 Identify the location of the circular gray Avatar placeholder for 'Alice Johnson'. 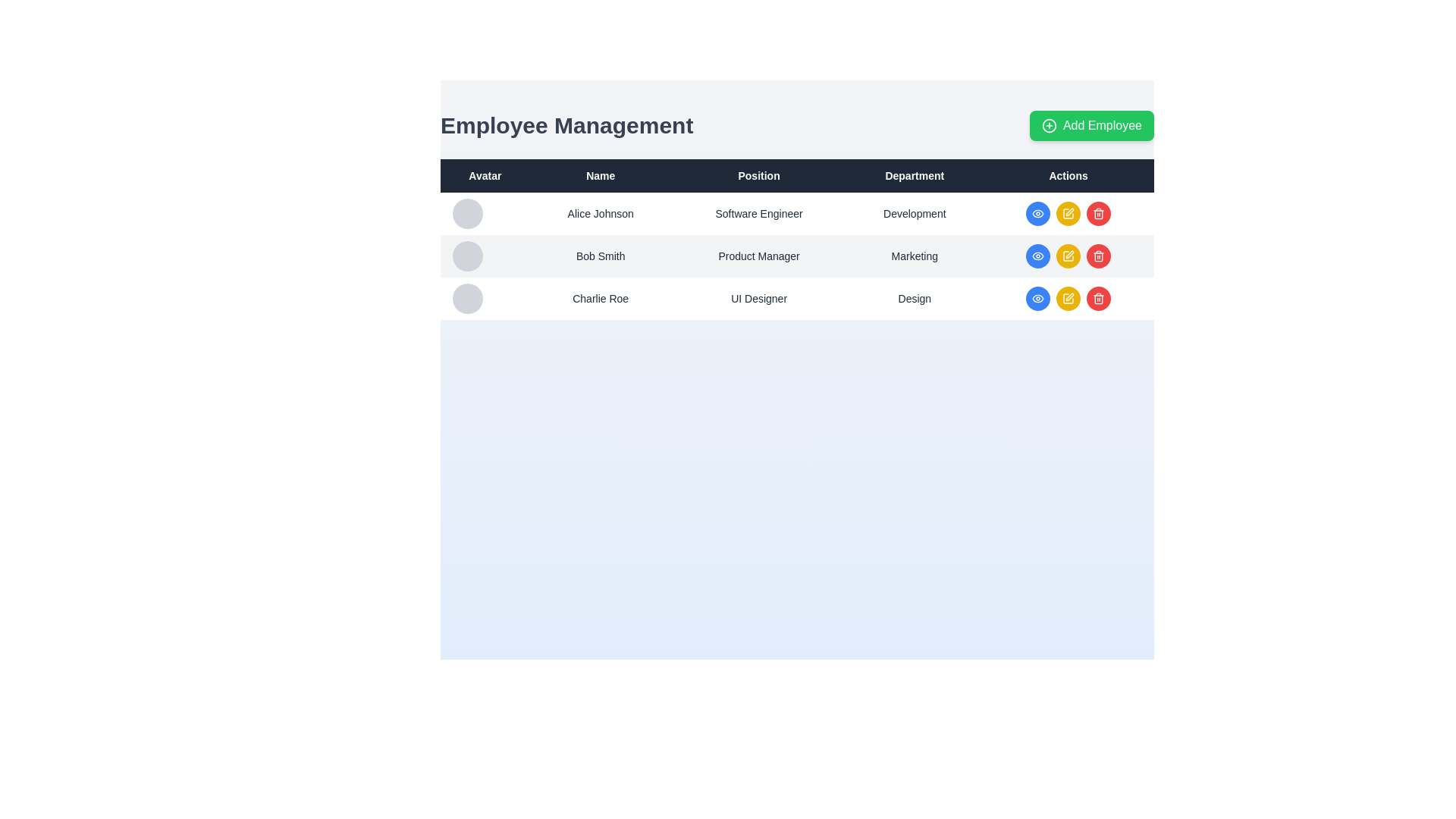
(484, 213).